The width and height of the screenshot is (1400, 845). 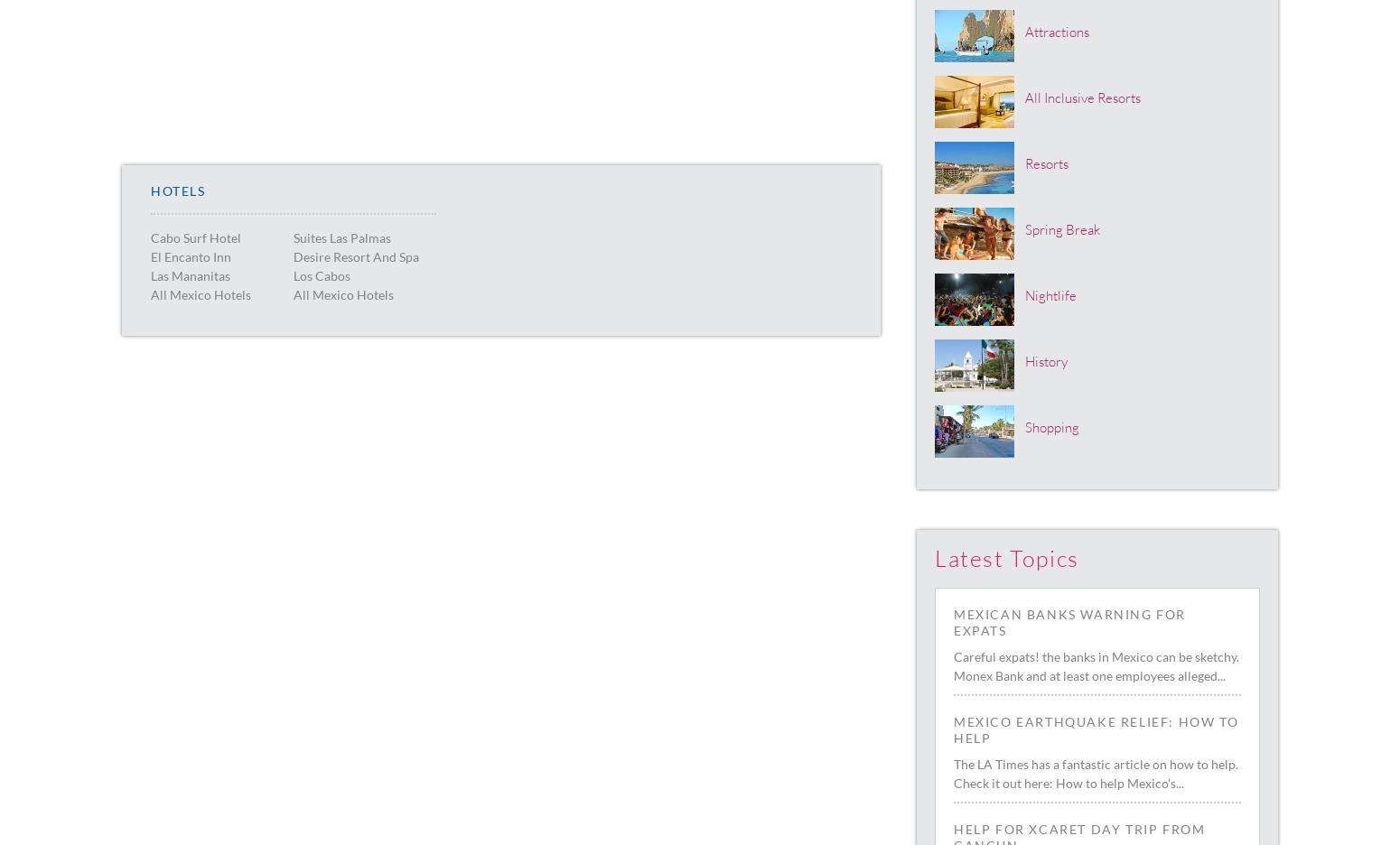 I want to click on 'All Inclusive Resorts', so click(x=1082, y=96).